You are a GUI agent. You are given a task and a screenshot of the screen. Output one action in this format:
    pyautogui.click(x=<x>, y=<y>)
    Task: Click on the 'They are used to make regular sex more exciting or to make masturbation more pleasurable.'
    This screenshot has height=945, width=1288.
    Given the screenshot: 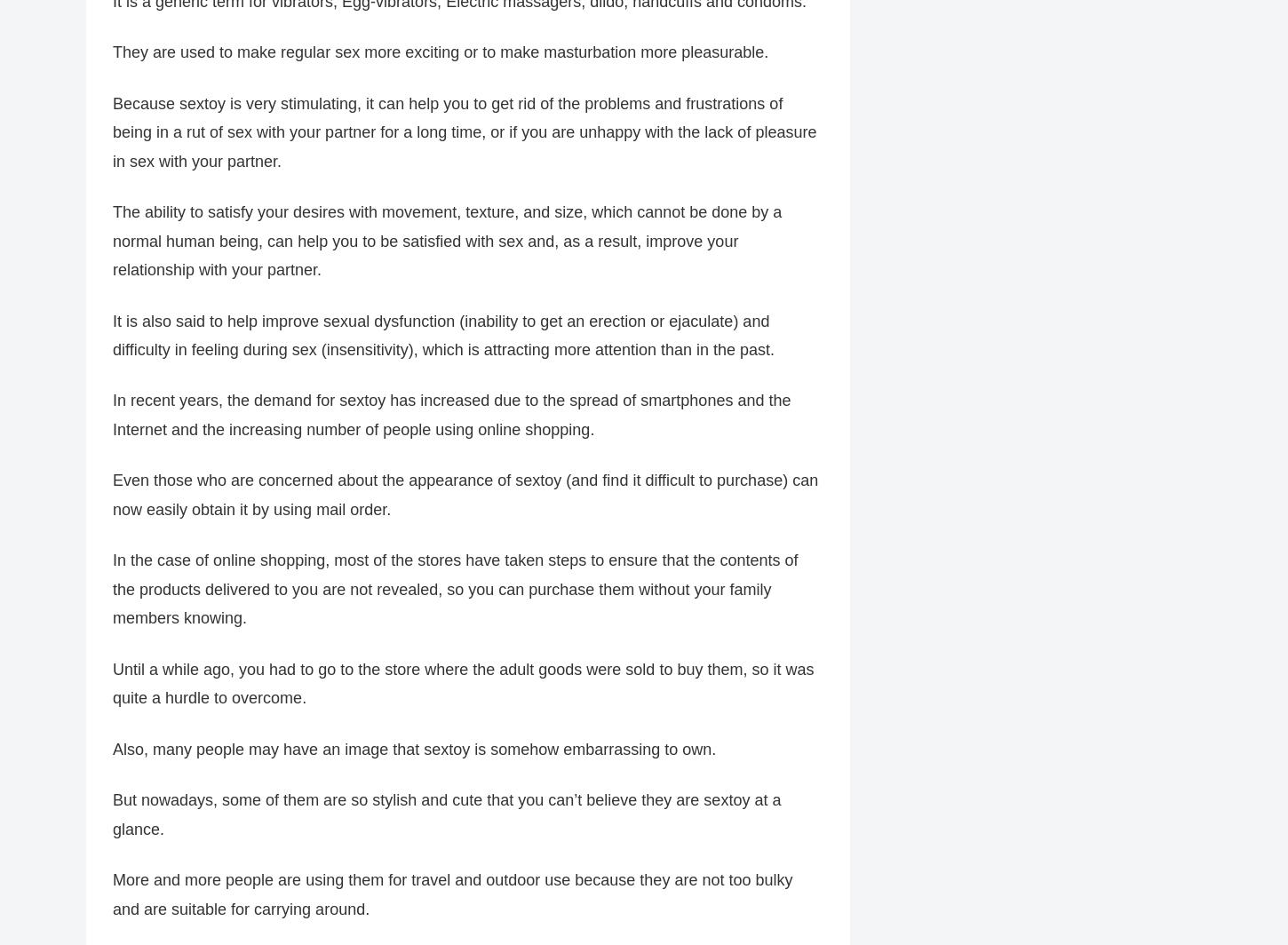 What is the action you would take?
    pyautogui.click(x=441, y=52)
    